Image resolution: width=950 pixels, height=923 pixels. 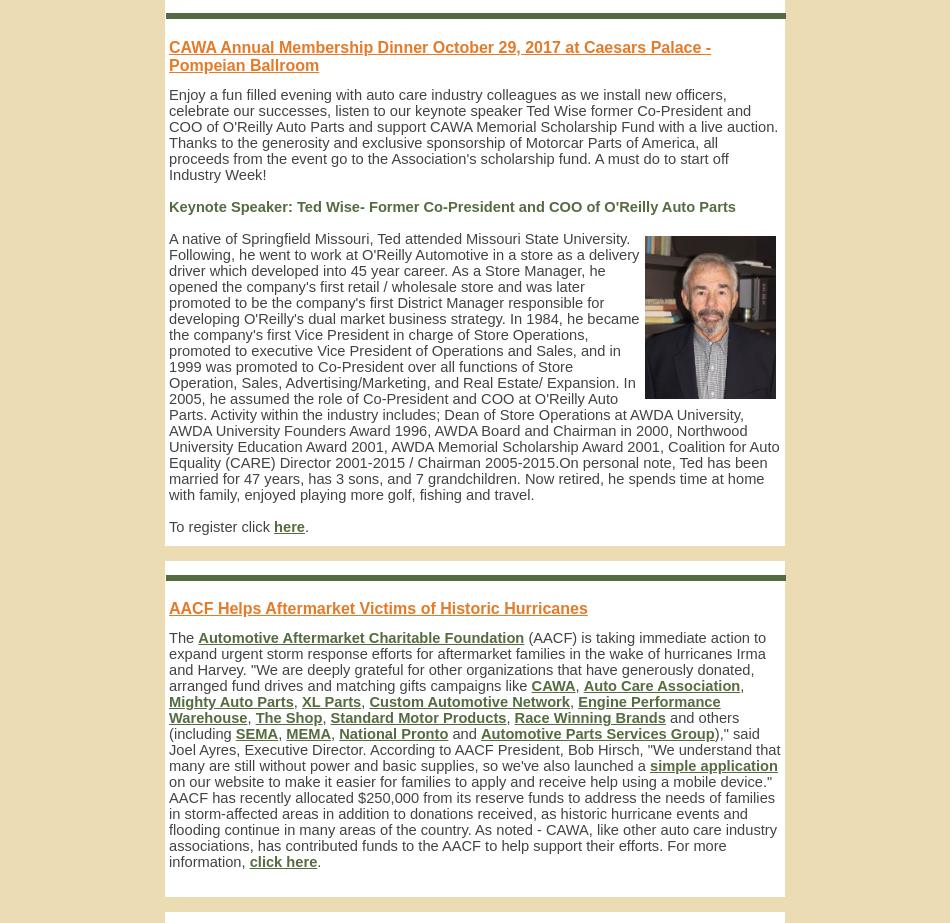 What do you see at coordinates (417, 717) in the screenshot?
I see `'Standard Motor Products'` at bounding box center [417, 717].